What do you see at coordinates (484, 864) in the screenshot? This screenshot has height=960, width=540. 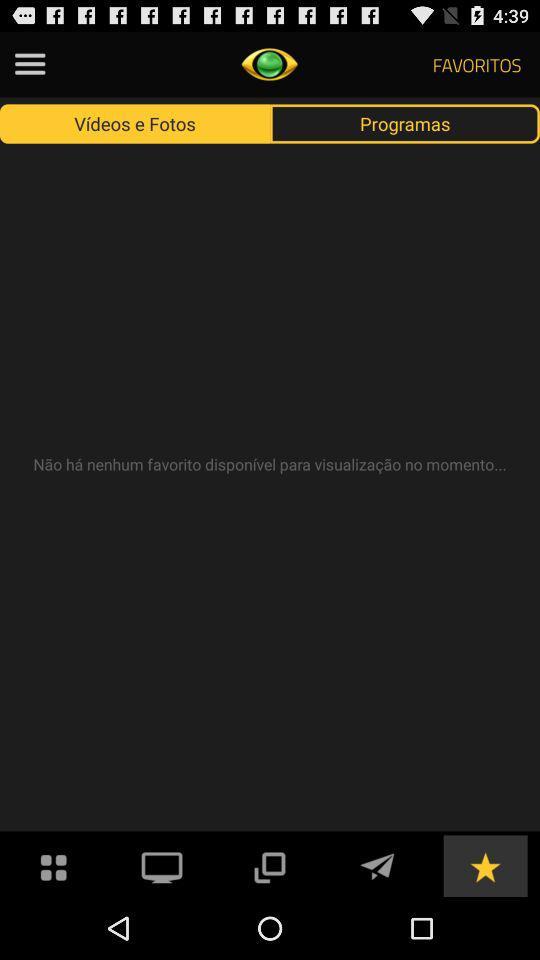 I see `favorites option` at bounding box center [484, 864].